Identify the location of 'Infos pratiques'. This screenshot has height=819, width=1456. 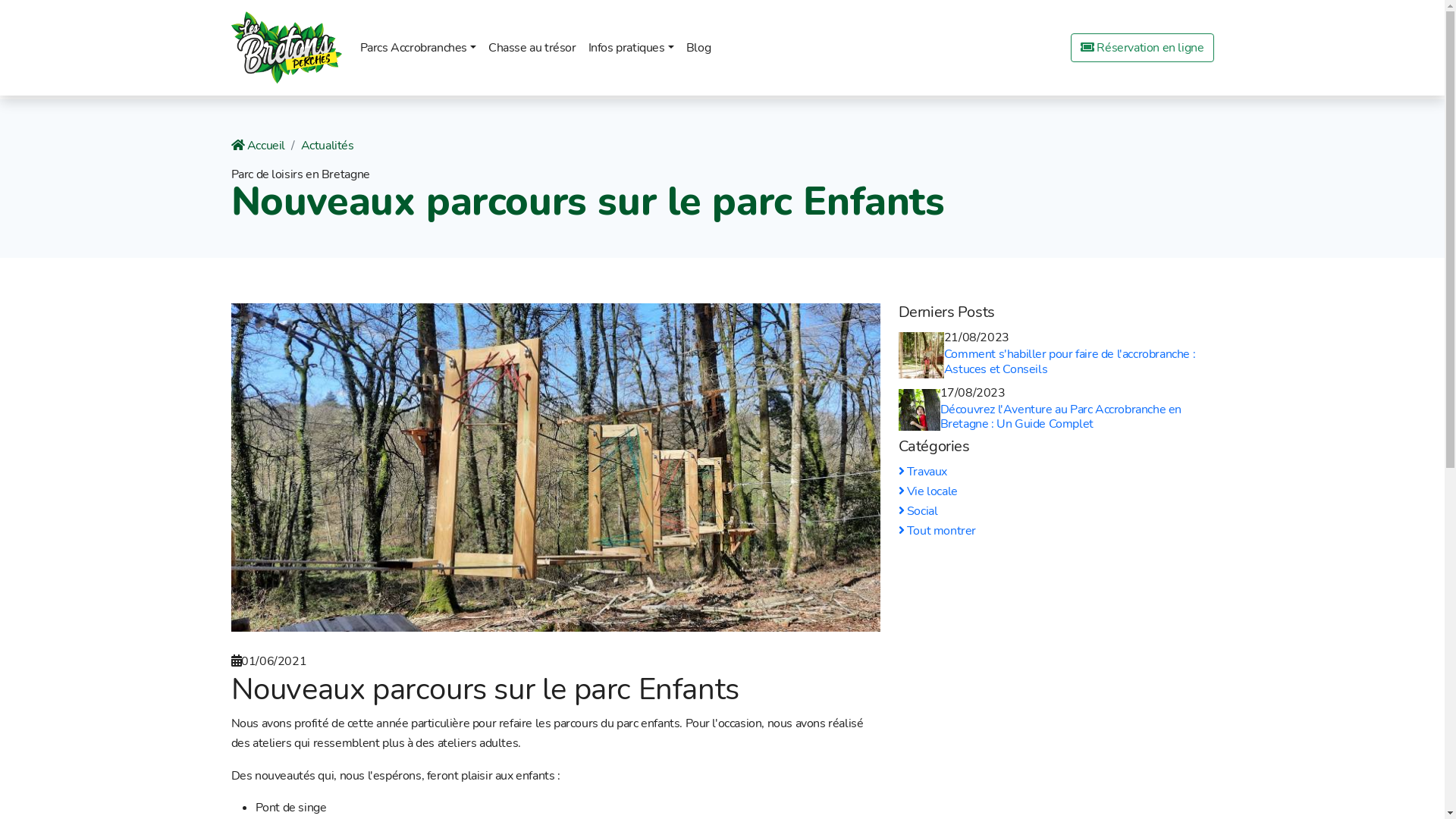
(631, 46).